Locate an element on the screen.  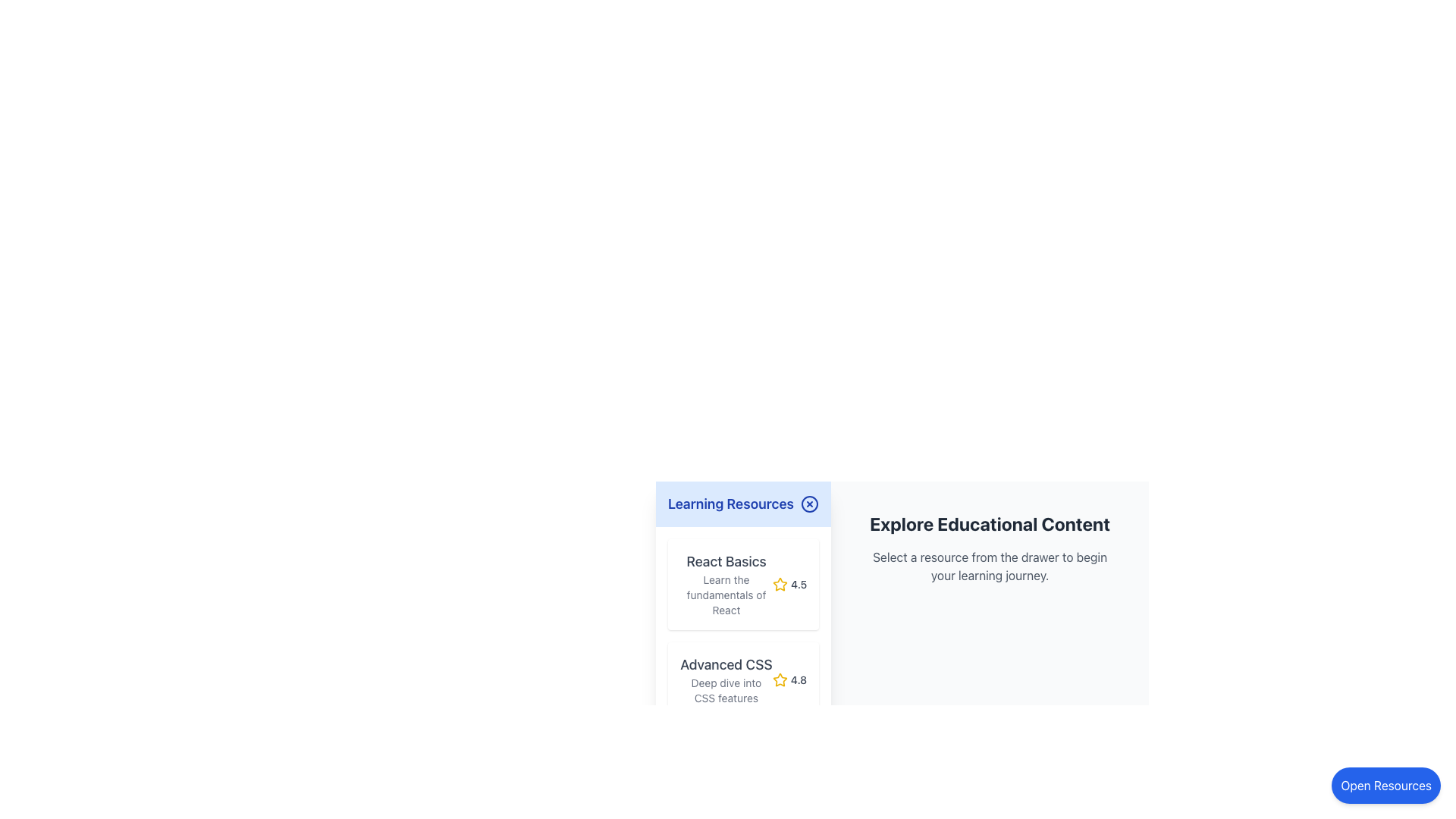
the educational resource card titled 'React Basics' in the 'Learning Resources' section located in the left-hand panel is located at coordinates (743, 584).